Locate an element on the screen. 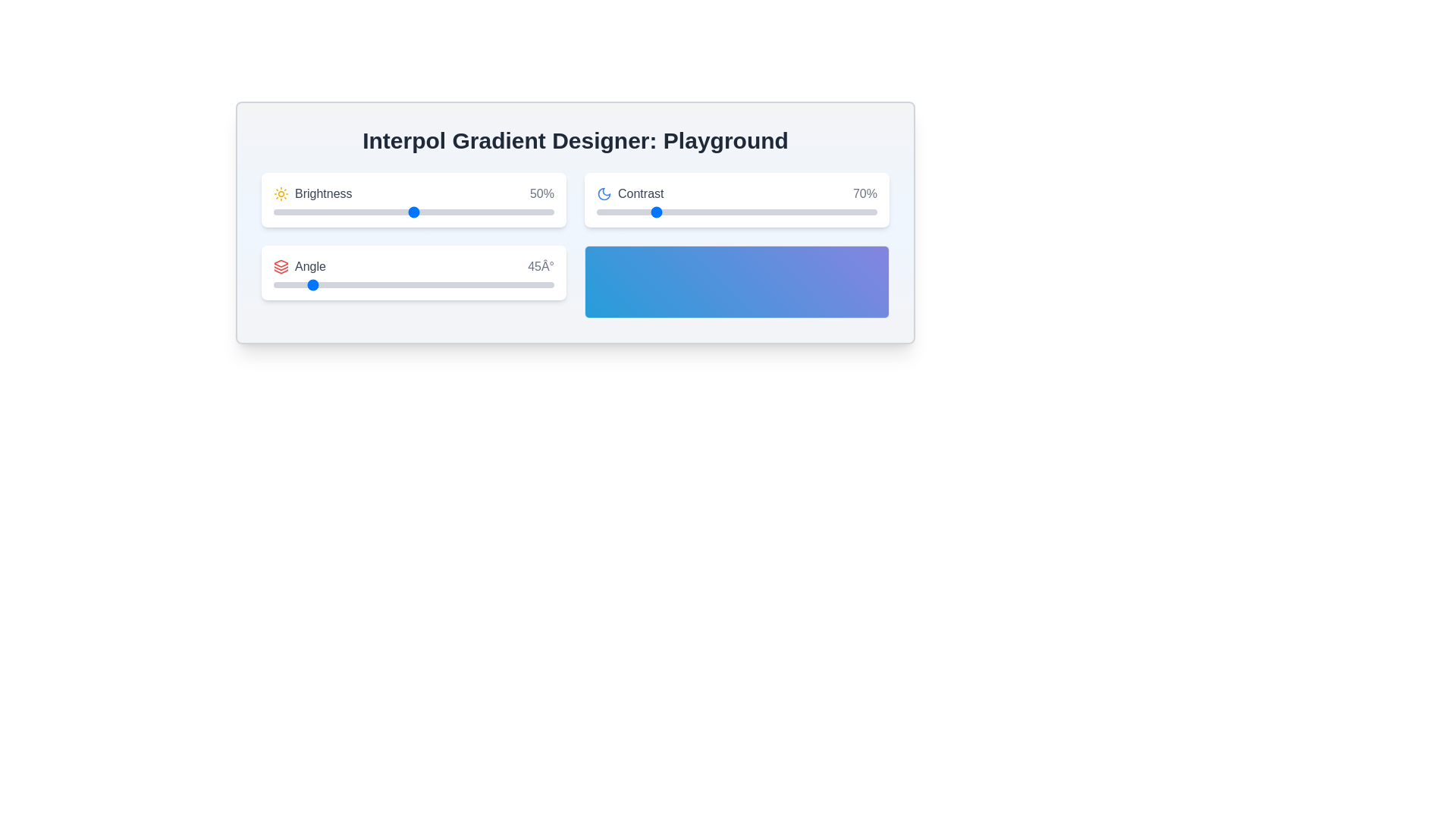  the angle slider is located at coordinates (530, 284).